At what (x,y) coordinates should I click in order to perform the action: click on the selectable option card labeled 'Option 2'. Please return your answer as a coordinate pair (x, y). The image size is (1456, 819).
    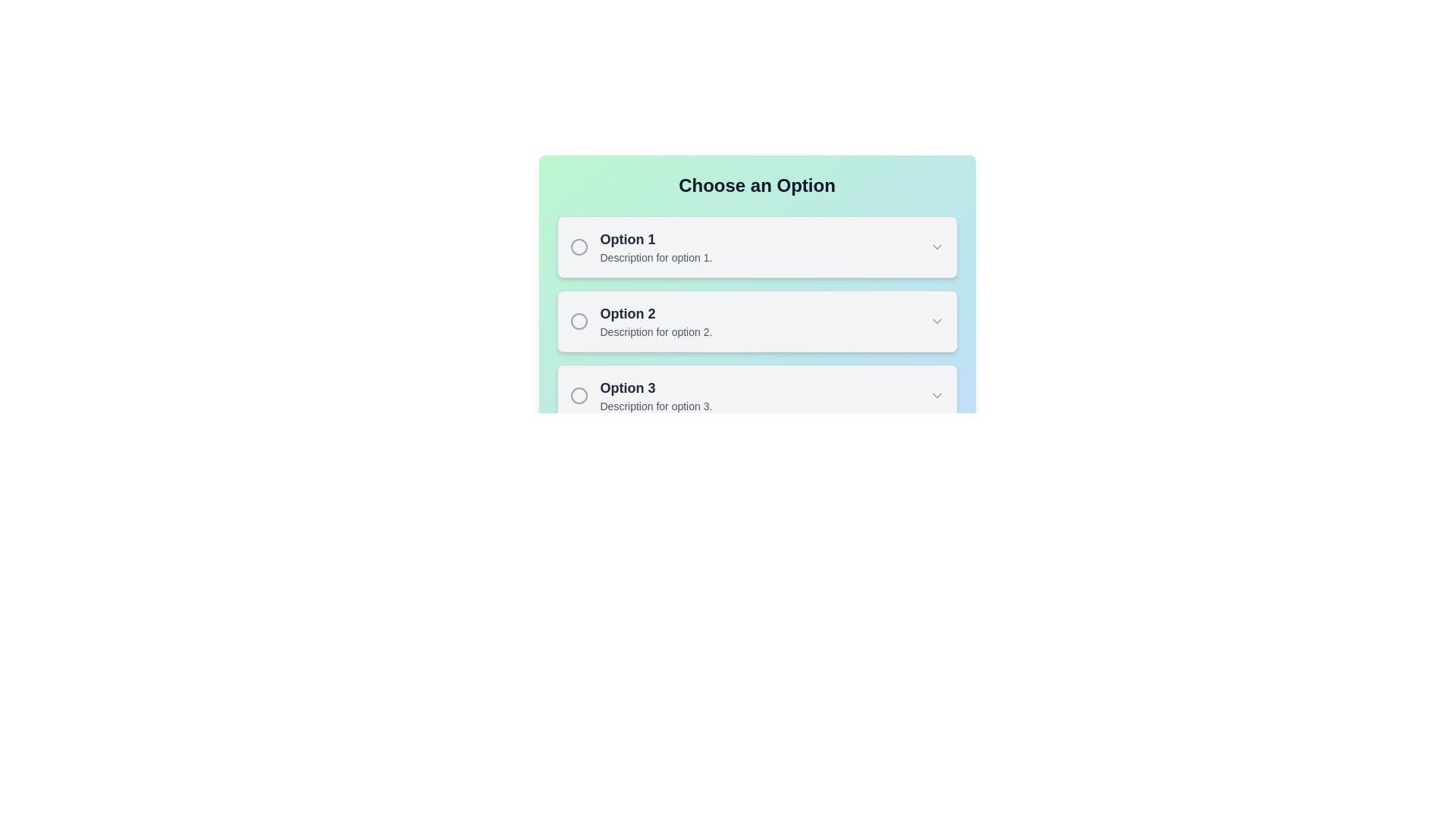
    Looking at the image, I should click on (757, 321).